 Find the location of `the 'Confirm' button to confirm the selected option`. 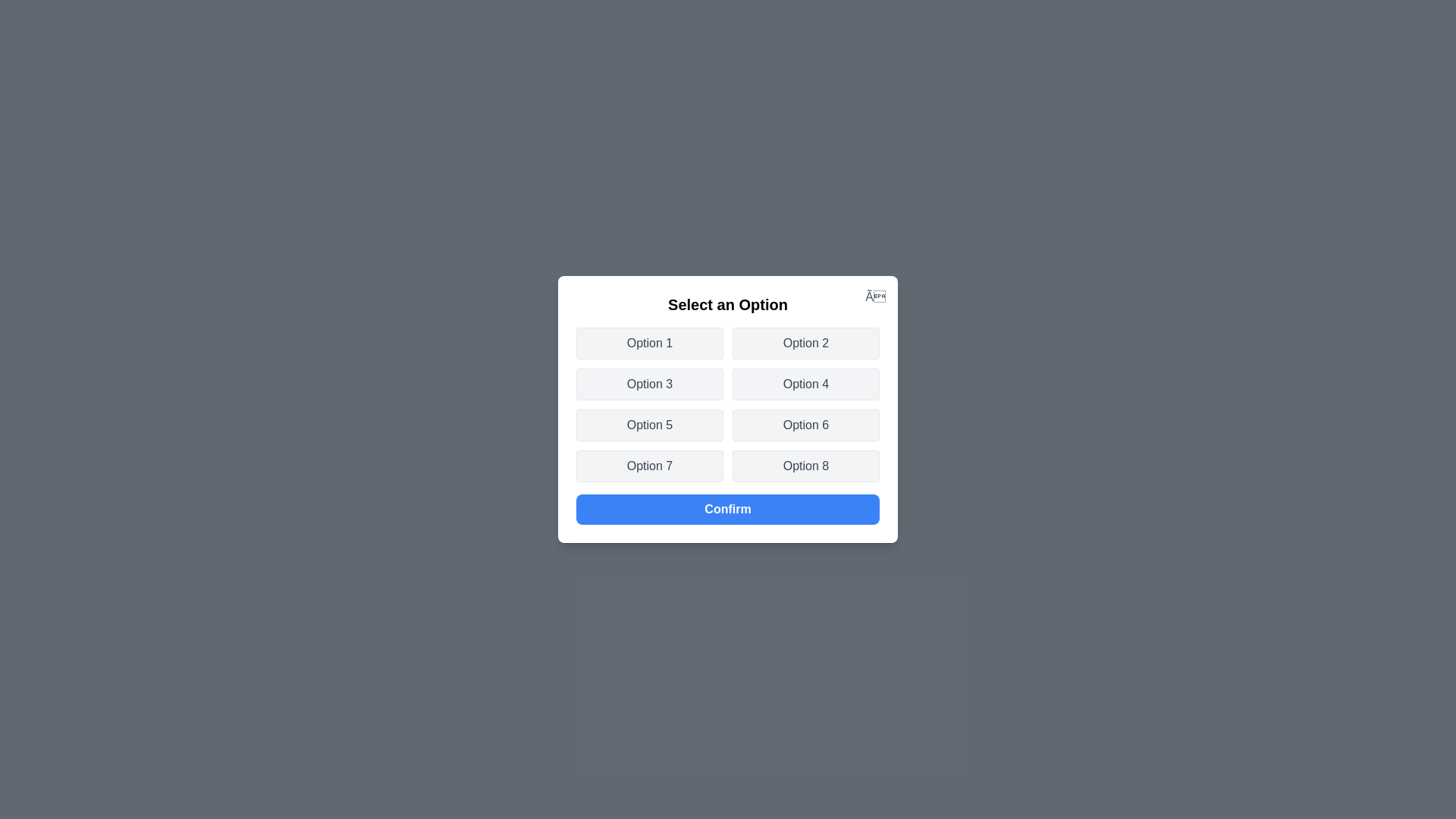

the 'Confirm' button to confirm the selected option is located at coordinates (728, 509).